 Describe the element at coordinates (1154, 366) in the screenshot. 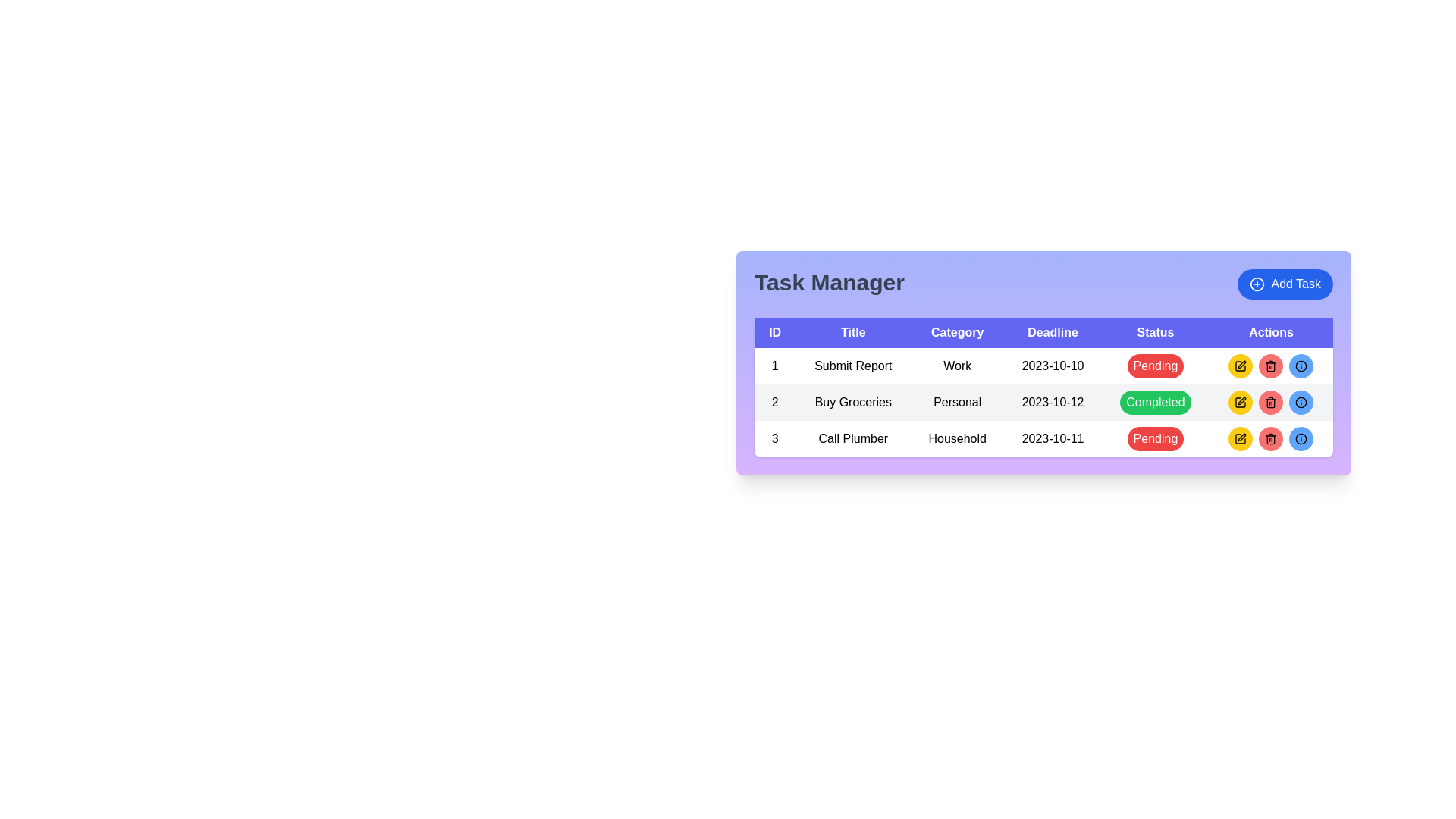

I see `the 'Pending' status indicator badge located in the 'Status' column of the top row corresponding to the task titled 'Submit Report'` at that location.